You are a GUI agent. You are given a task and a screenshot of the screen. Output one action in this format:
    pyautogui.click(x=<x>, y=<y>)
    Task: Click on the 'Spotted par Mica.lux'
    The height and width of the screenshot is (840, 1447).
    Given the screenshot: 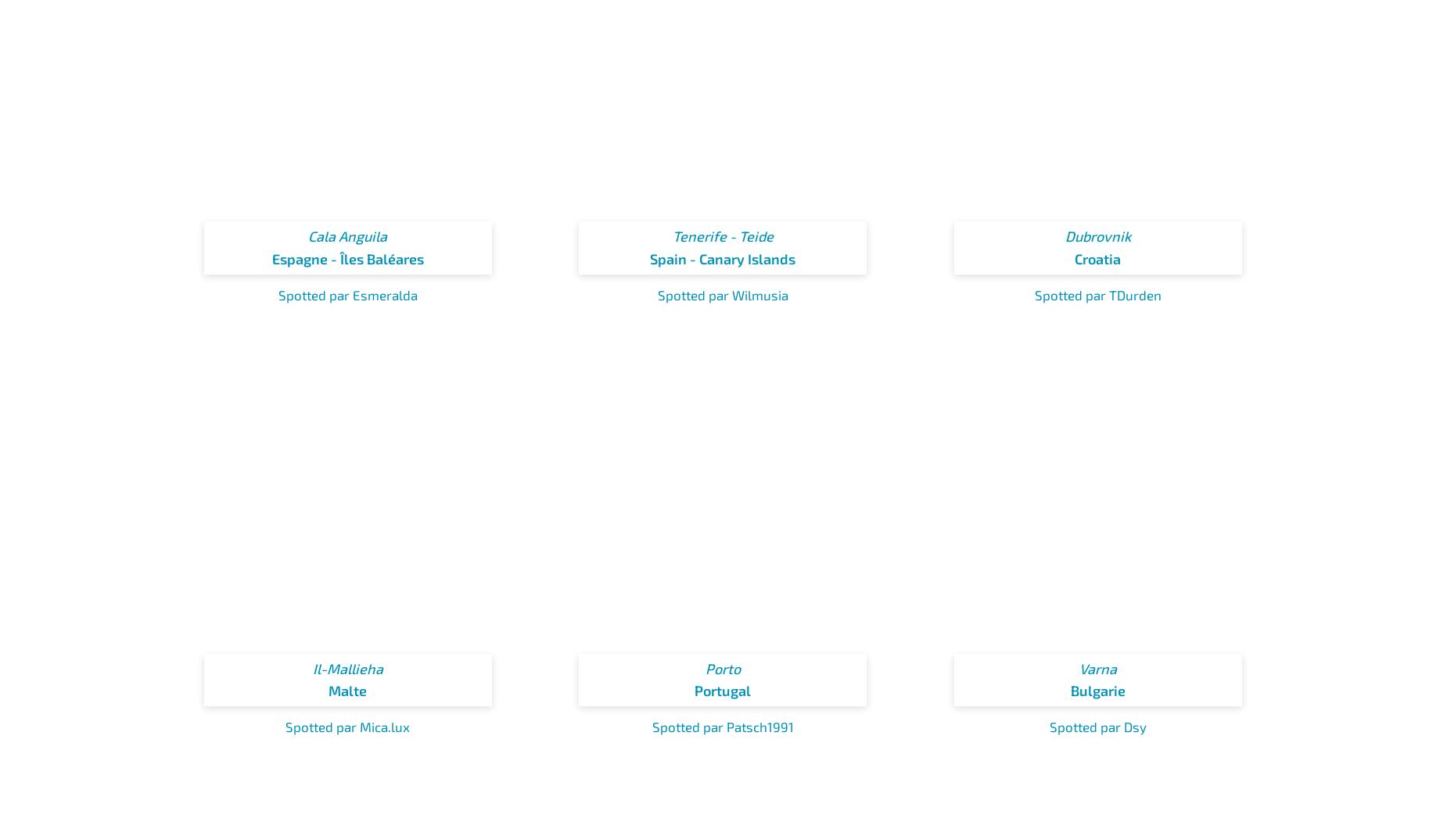 What is the action you would take?
    pyautogui.click(x=285, y=727)
    